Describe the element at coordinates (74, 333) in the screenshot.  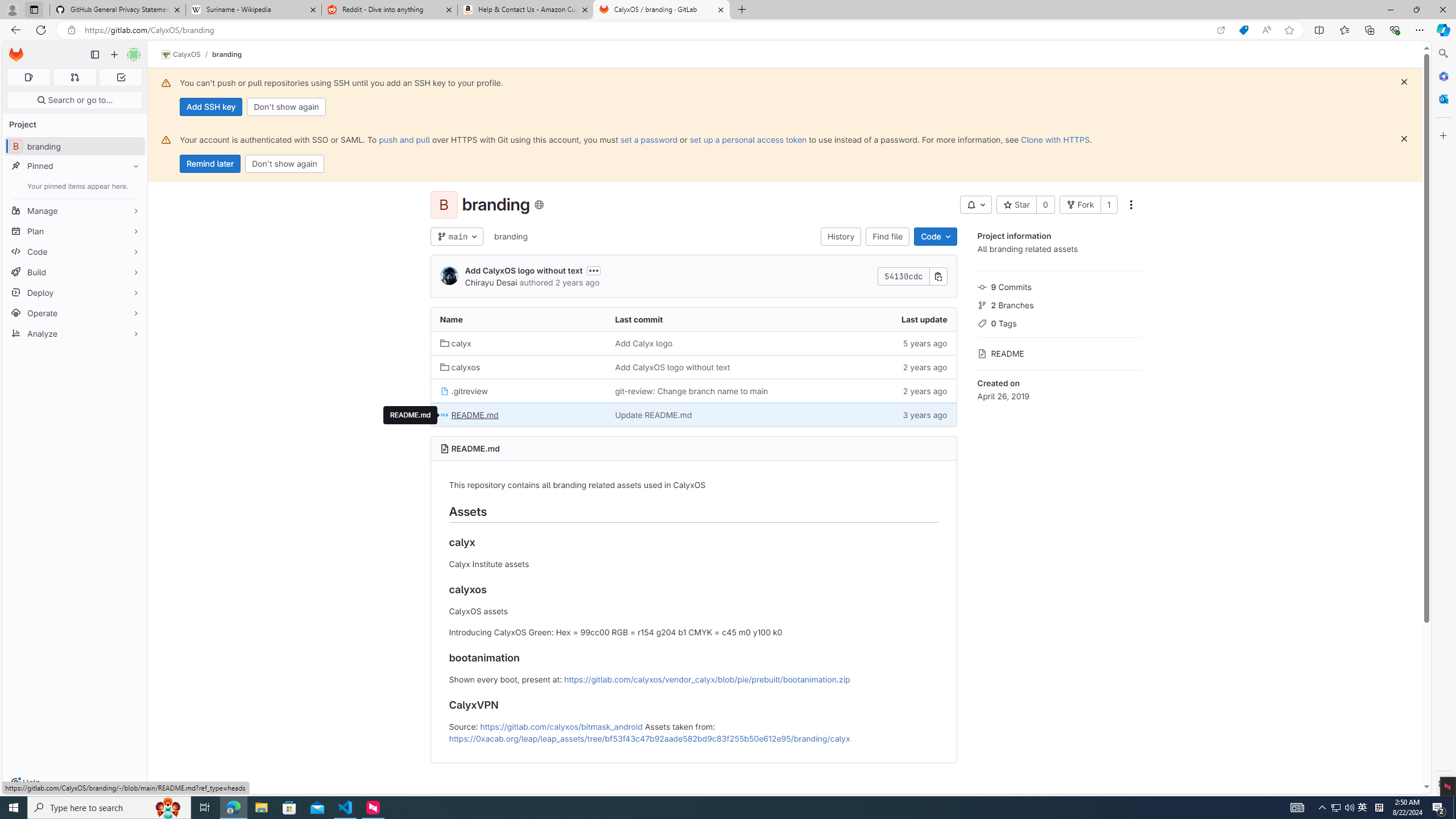
I see `'Analyze'` at that location.